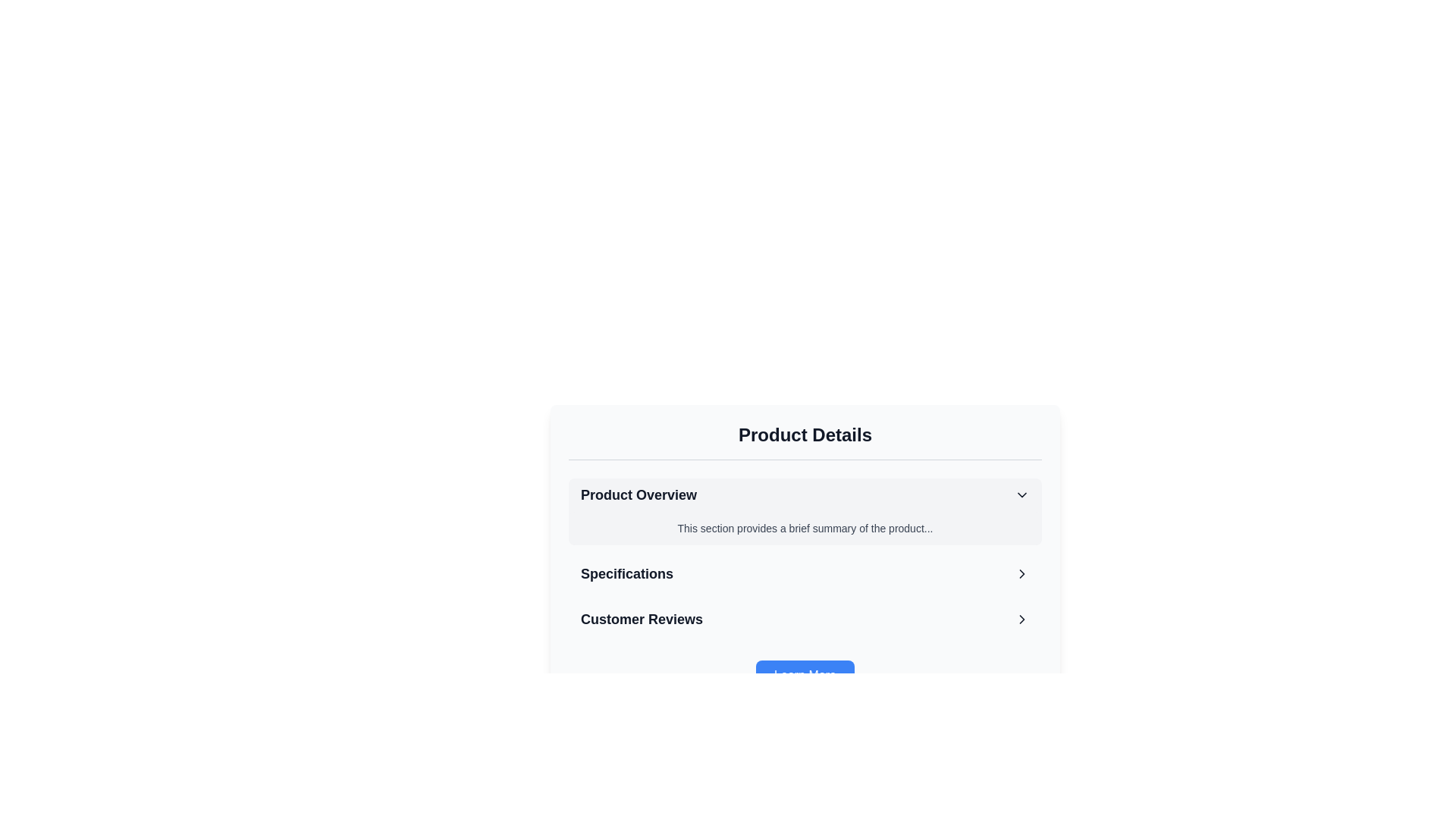  Describe the element at coordinates (1022, 494) in the screenshot. I see `the downward-facing chevron icon located on the far right of the 'Product Overview' list item, which features thin, dark lines against a light background` at that location.